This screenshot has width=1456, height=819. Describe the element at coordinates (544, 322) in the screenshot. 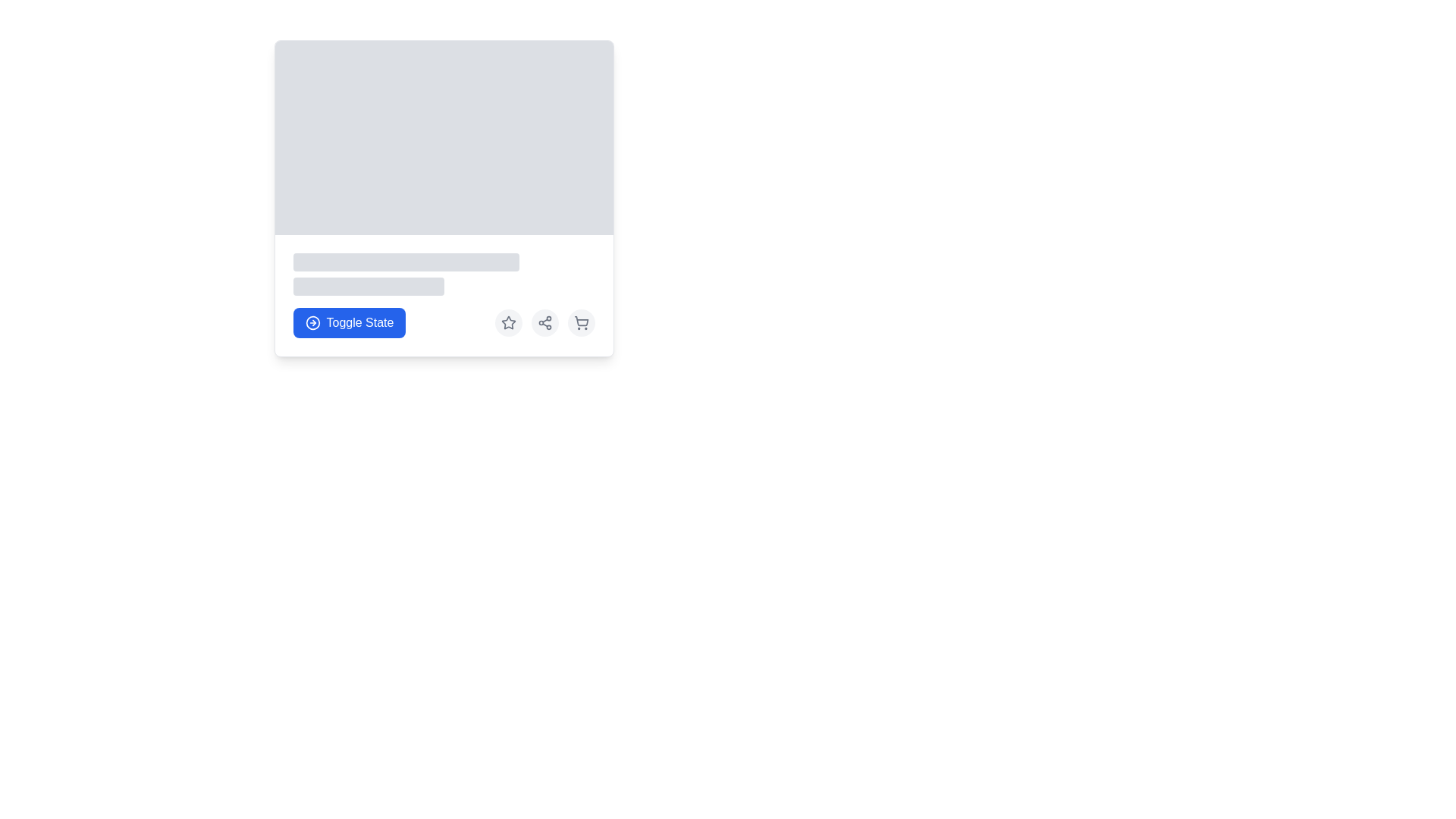

I see `the circular button with a light gray background and a share icon, located` at that location.